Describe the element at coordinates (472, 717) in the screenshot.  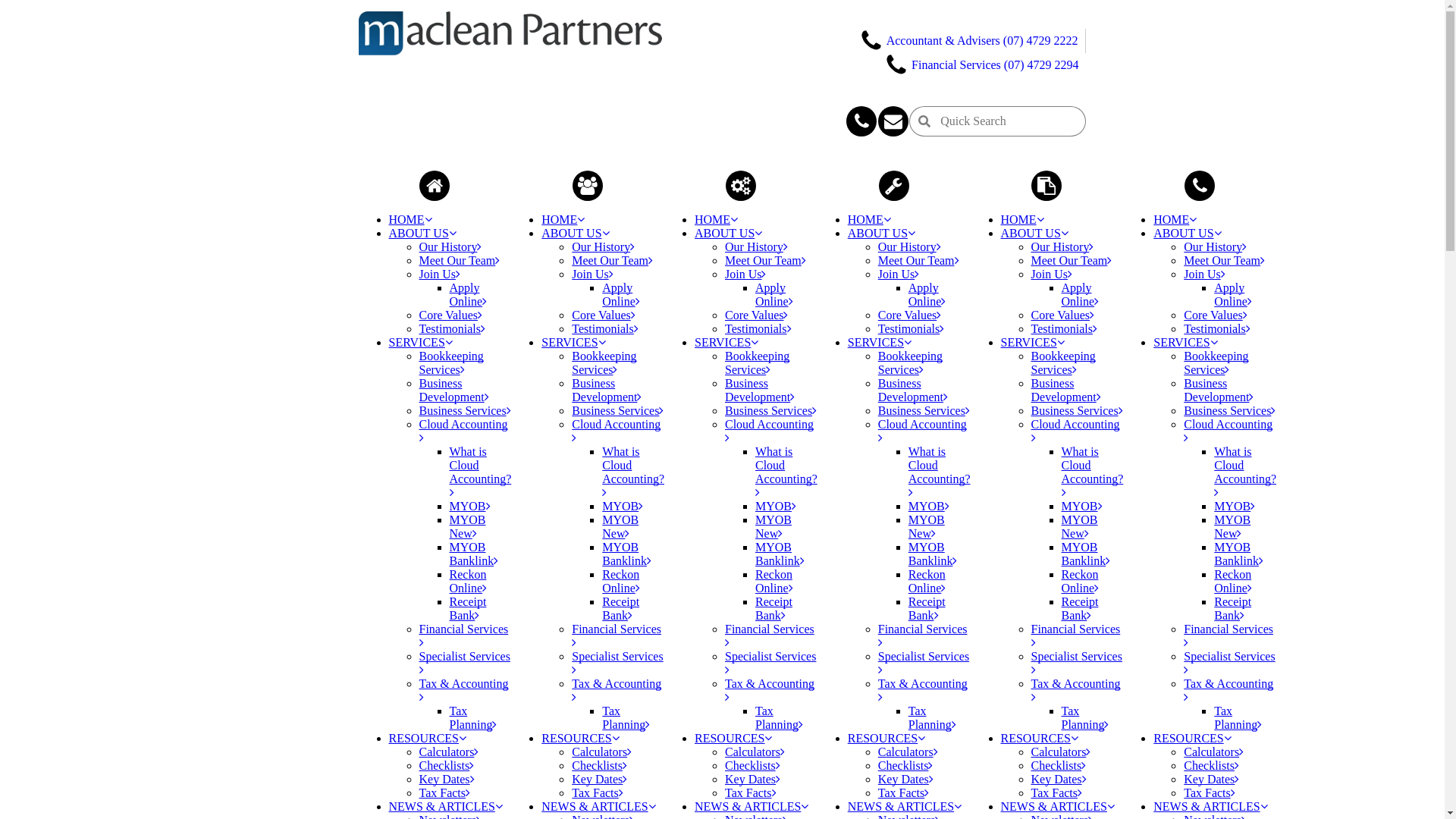
I see `'Tax Planning'` at that location.